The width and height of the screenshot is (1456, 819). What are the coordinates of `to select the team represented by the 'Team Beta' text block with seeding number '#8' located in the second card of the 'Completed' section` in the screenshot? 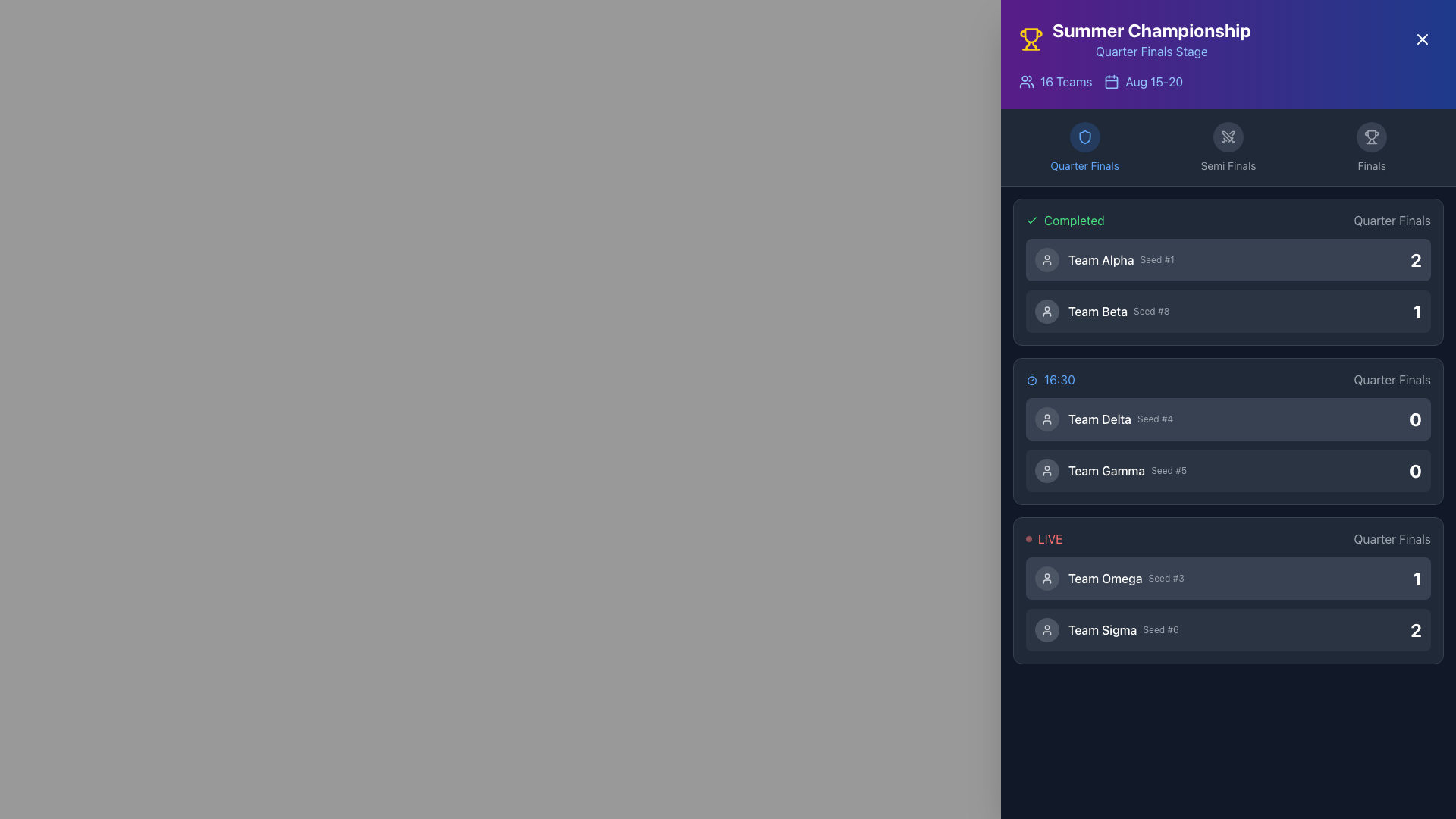 It's located at (1102, 311).